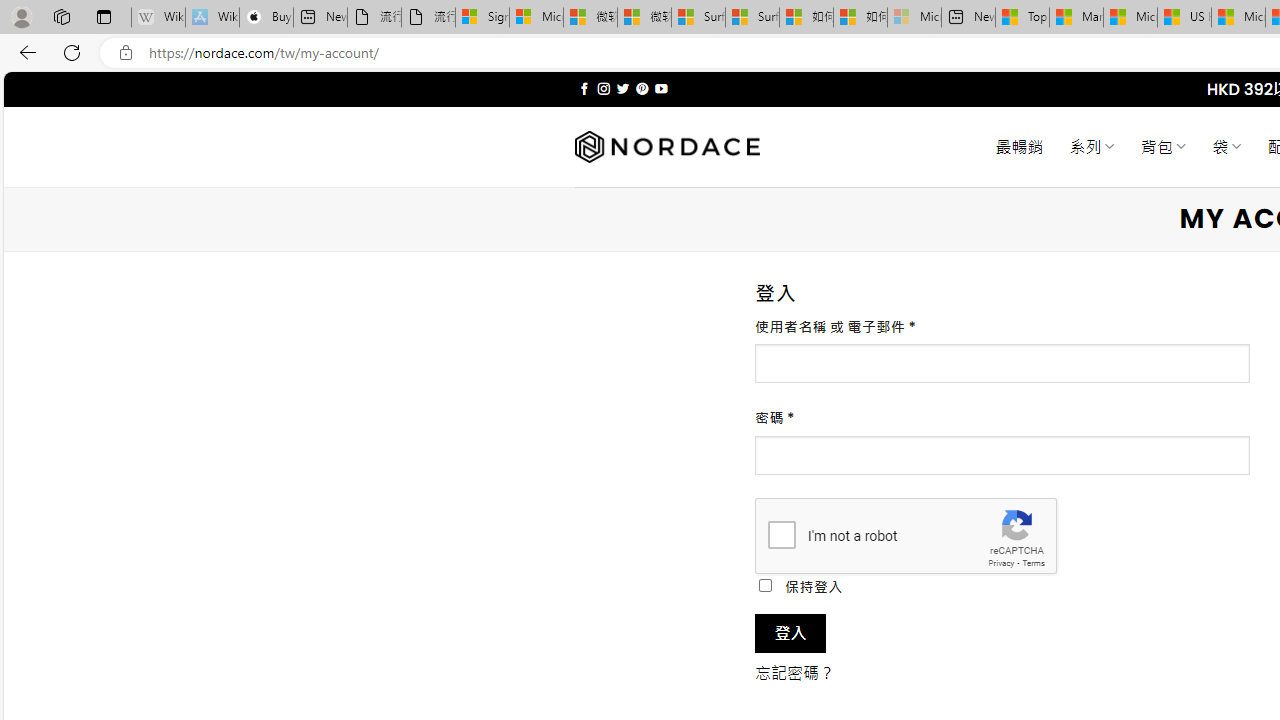  I want to click on 'Top Stories - MSN', so click(1022, 17).